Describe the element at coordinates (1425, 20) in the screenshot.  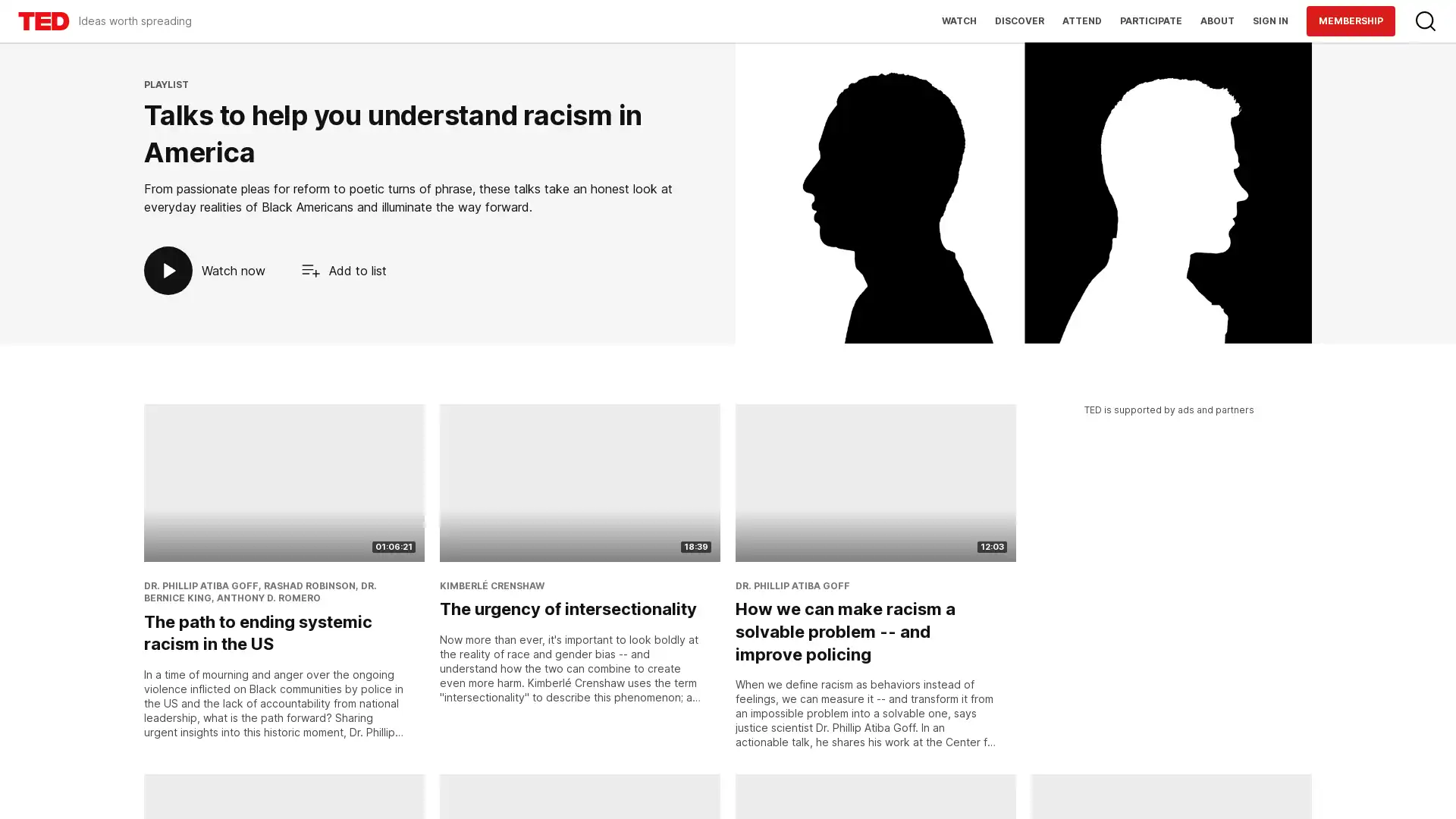
I see `Type to search` at that location.